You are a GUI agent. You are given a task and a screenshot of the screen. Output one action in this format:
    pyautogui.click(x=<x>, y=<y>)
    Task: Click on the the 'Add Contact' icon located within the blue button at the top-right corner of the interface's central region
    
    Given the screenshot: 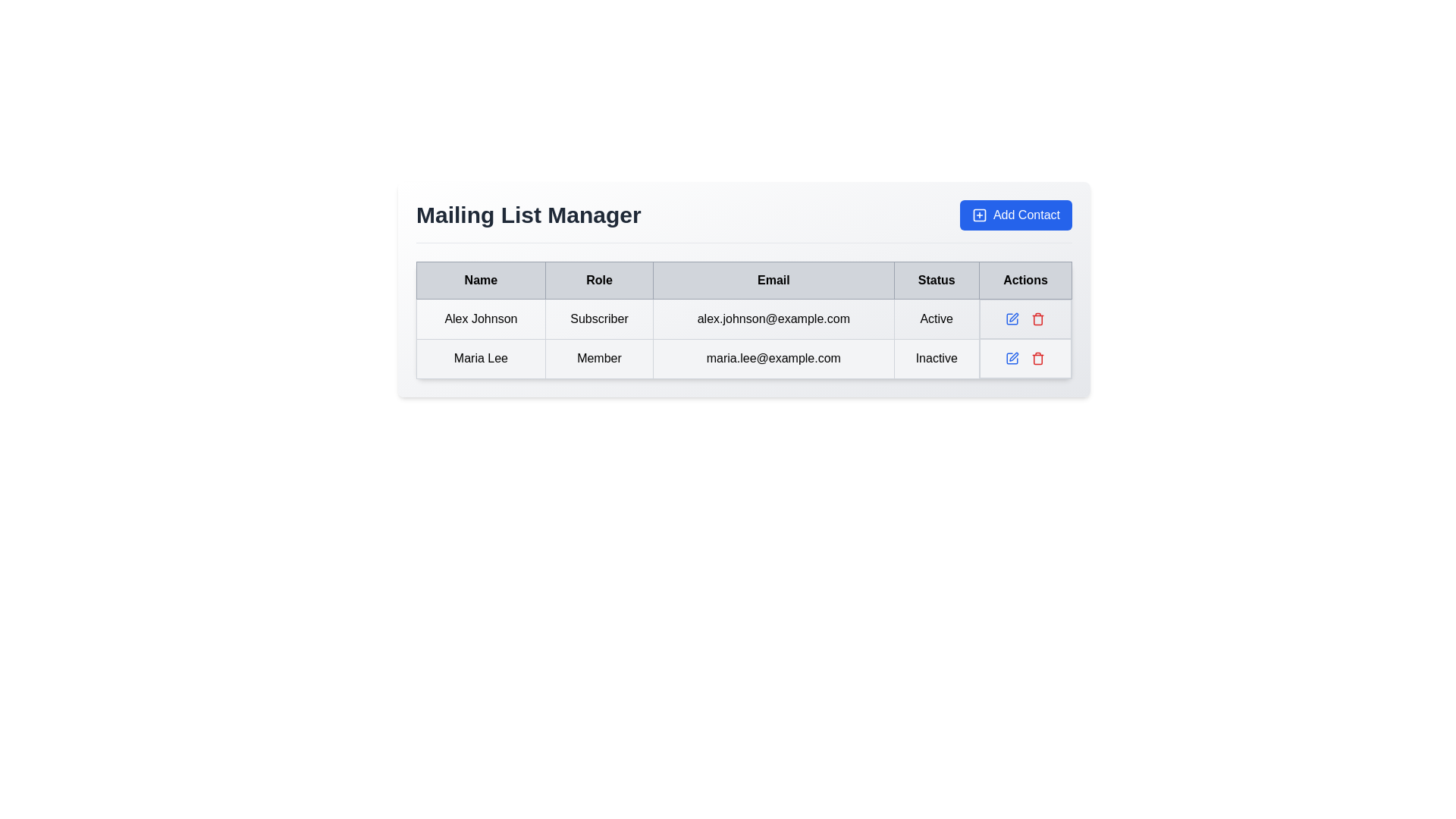 What is the action you would take?
    pyautogui.click(x=979, y=215)
    